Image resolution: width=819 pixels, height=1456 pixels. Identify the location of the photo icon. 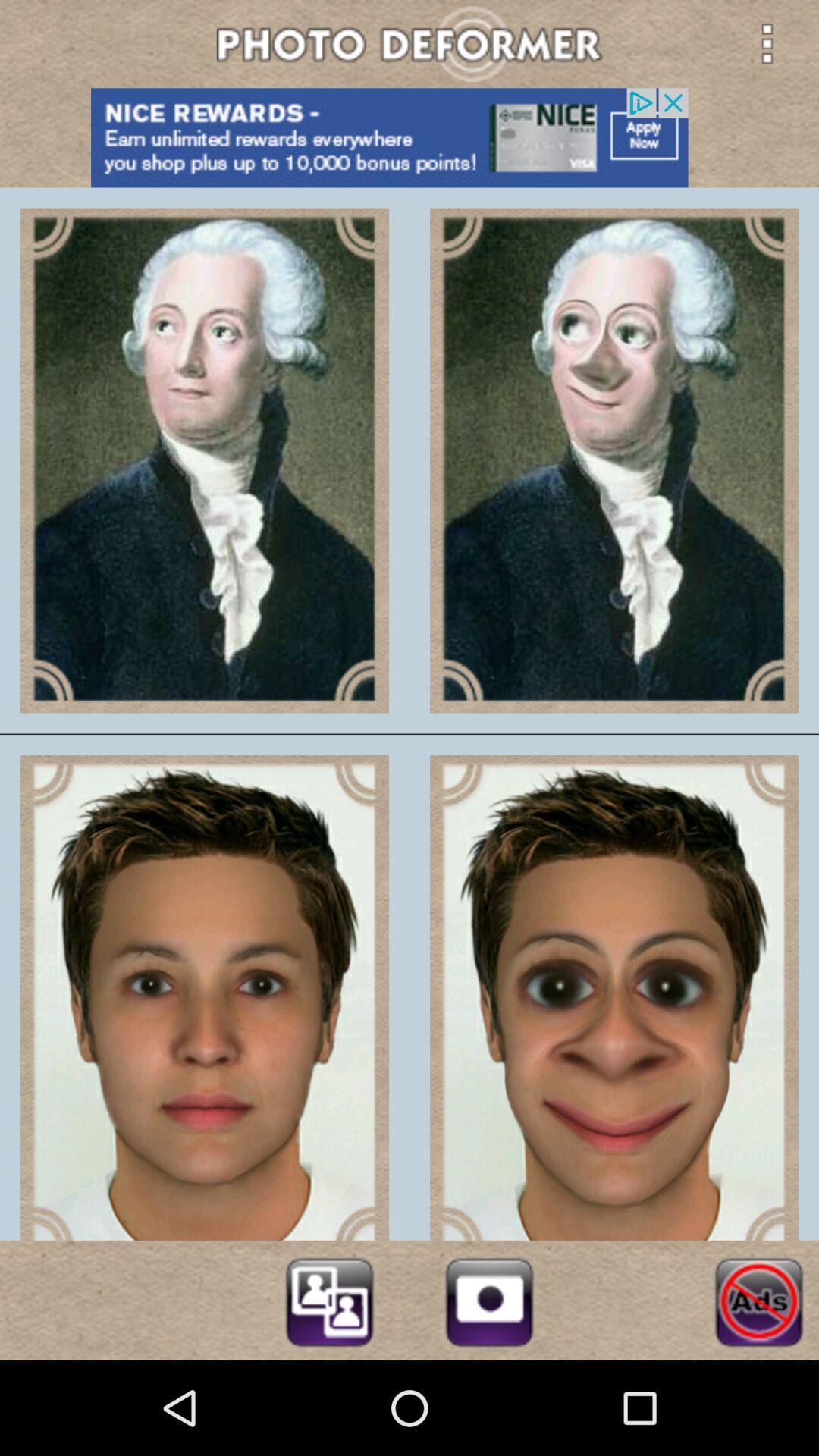
(489, 1392).